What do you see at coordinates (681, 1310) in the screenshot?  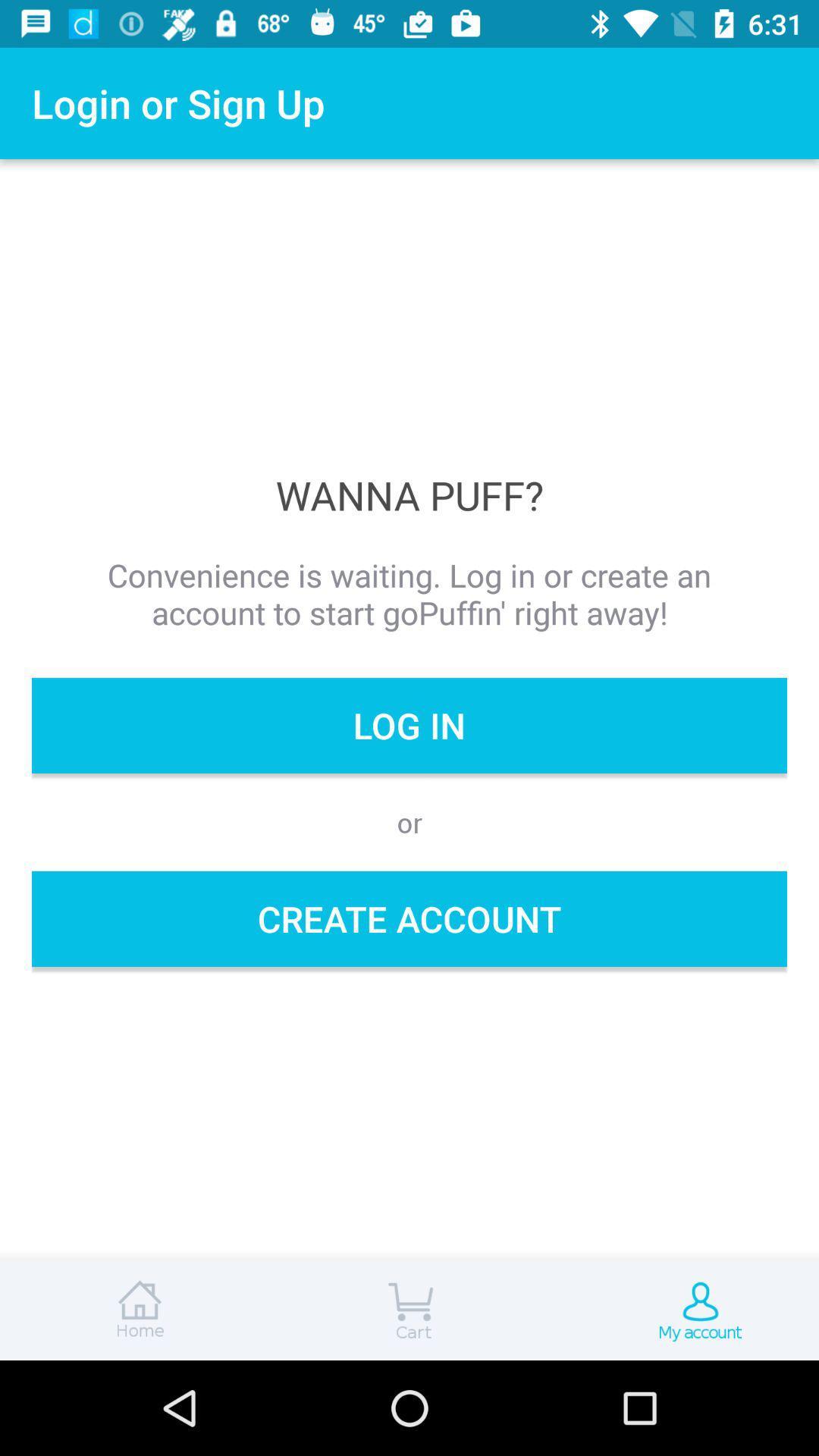 I see `the microphone icon` at bounding box center [681, 1310].